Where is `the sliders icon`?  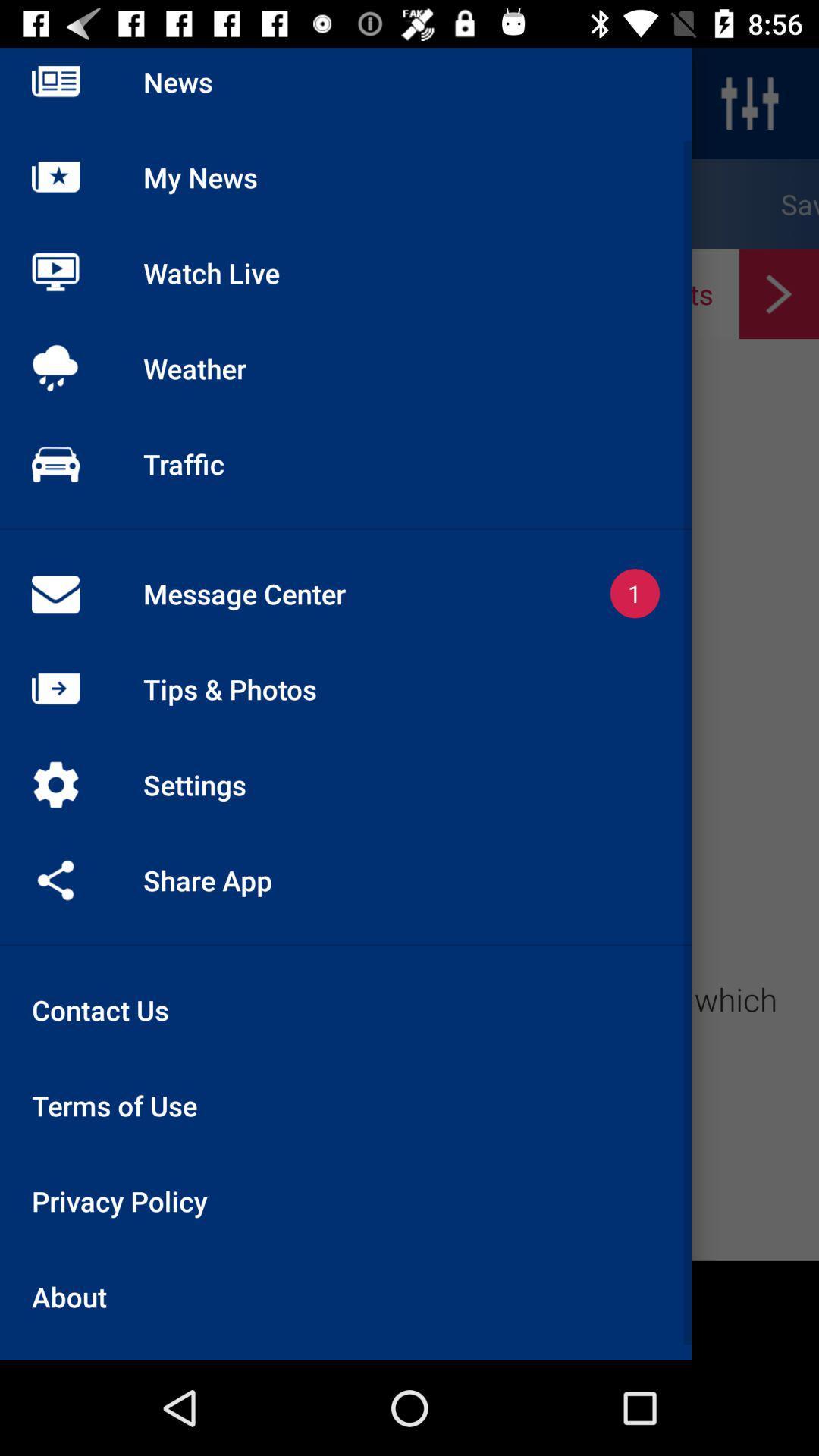
the sliders icon is located at coordinates (748, 102).